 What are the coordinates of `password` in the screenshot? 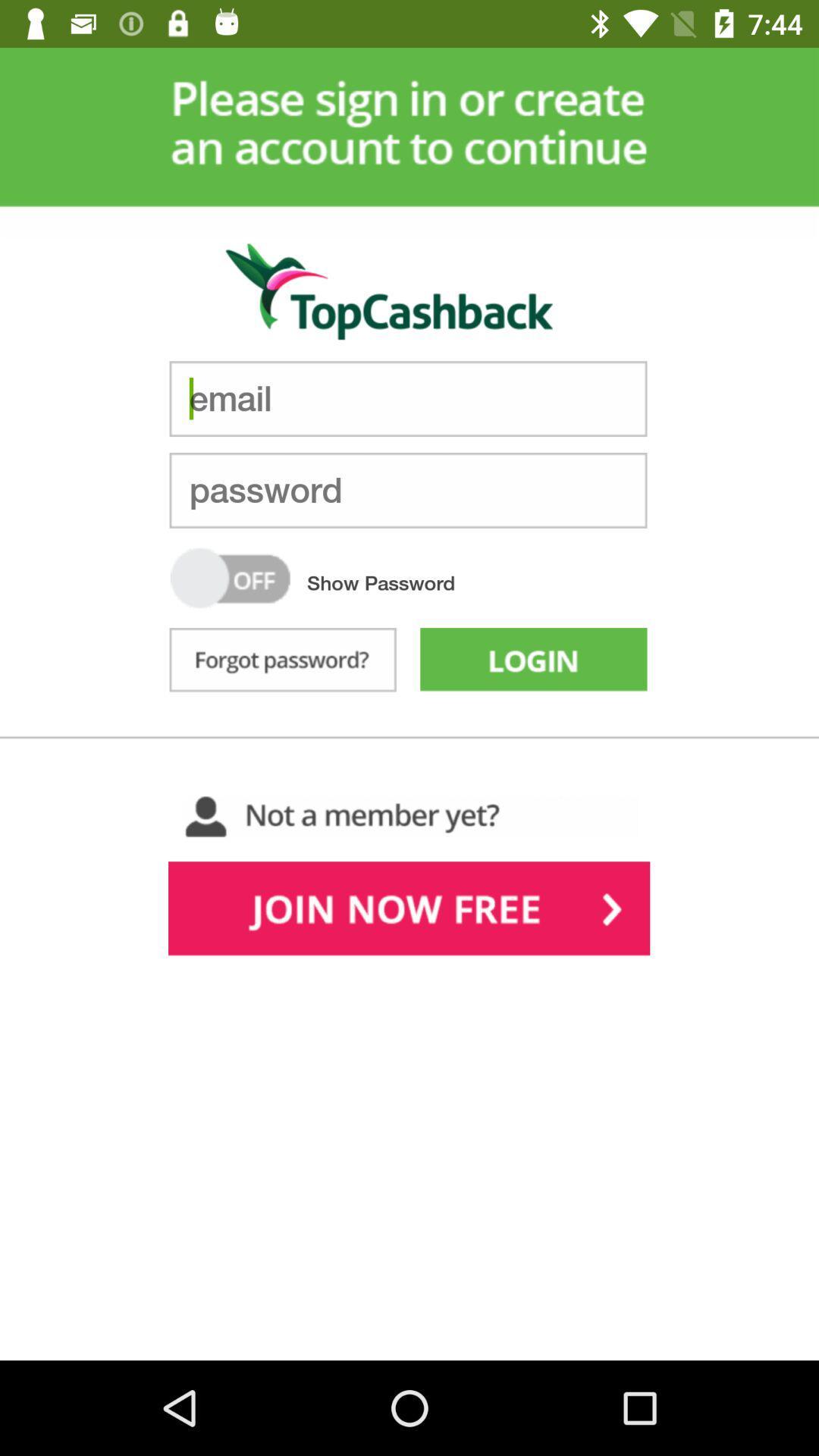 It's located at (407, 490).